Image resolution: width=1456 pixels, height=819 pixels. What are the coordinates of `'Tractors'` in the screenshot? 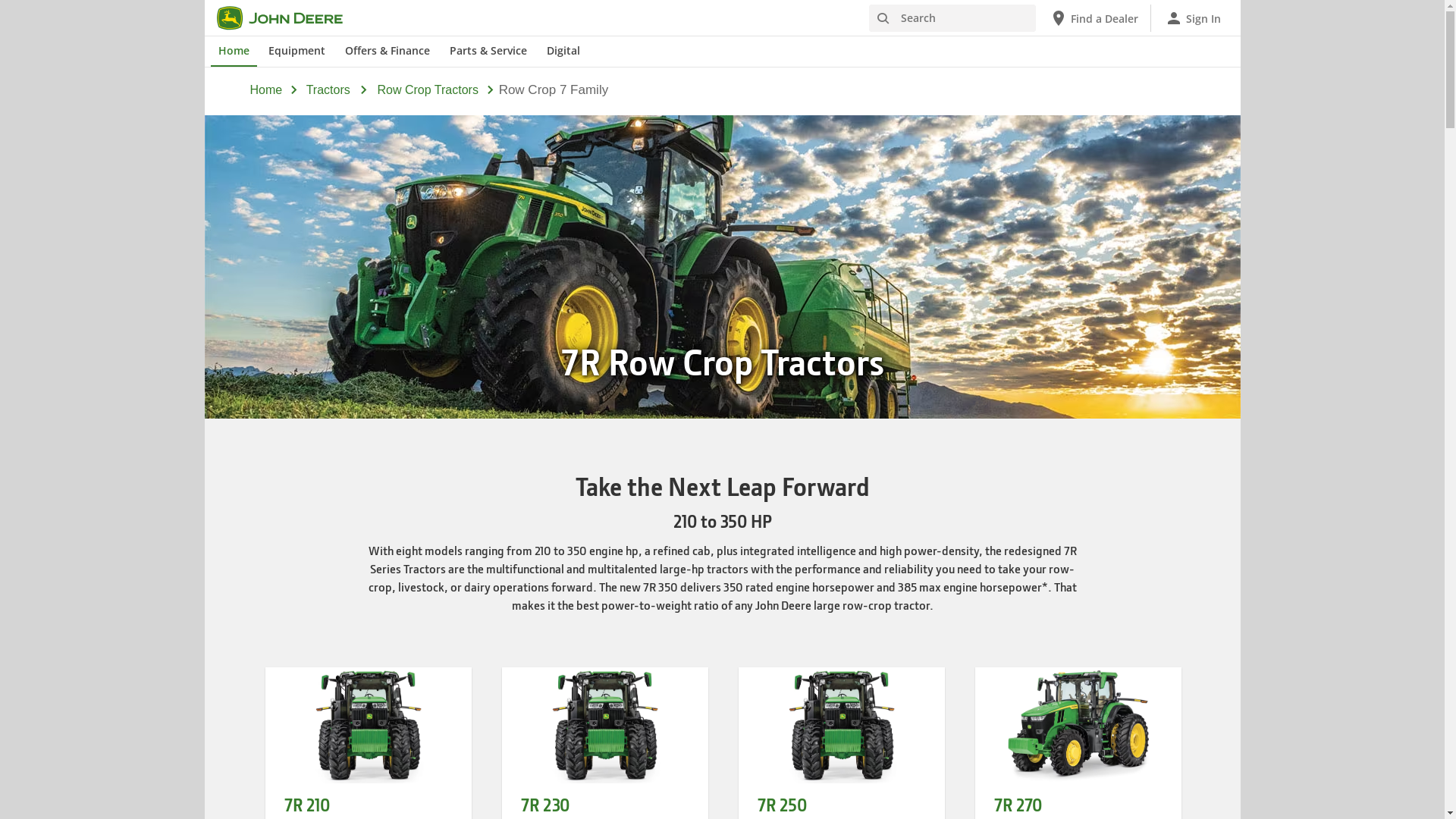 It's located at (305, 90).